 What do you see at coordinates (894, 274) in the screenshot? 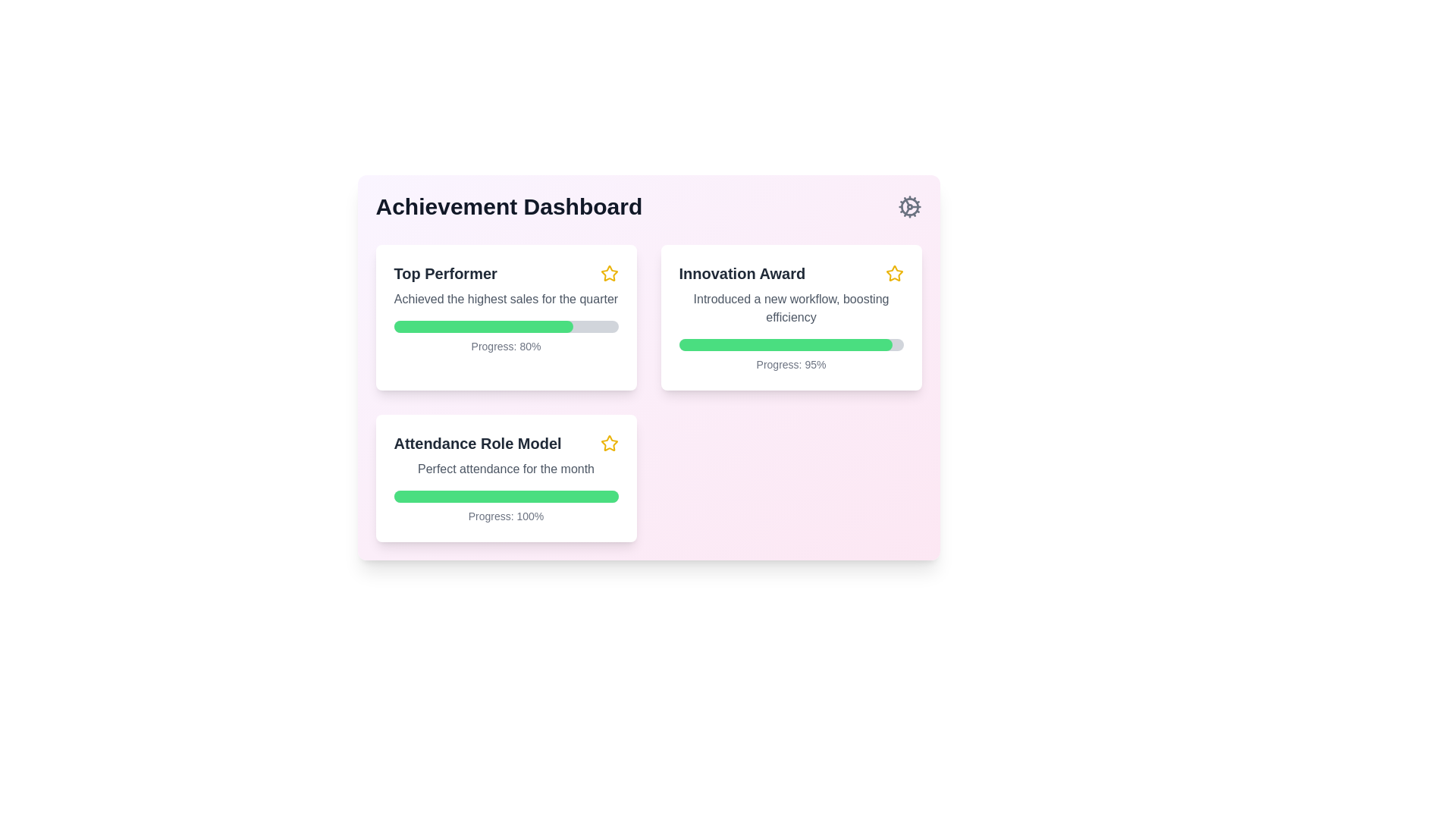
I see `the star-shaped icon` at bounding box center [894, 274].